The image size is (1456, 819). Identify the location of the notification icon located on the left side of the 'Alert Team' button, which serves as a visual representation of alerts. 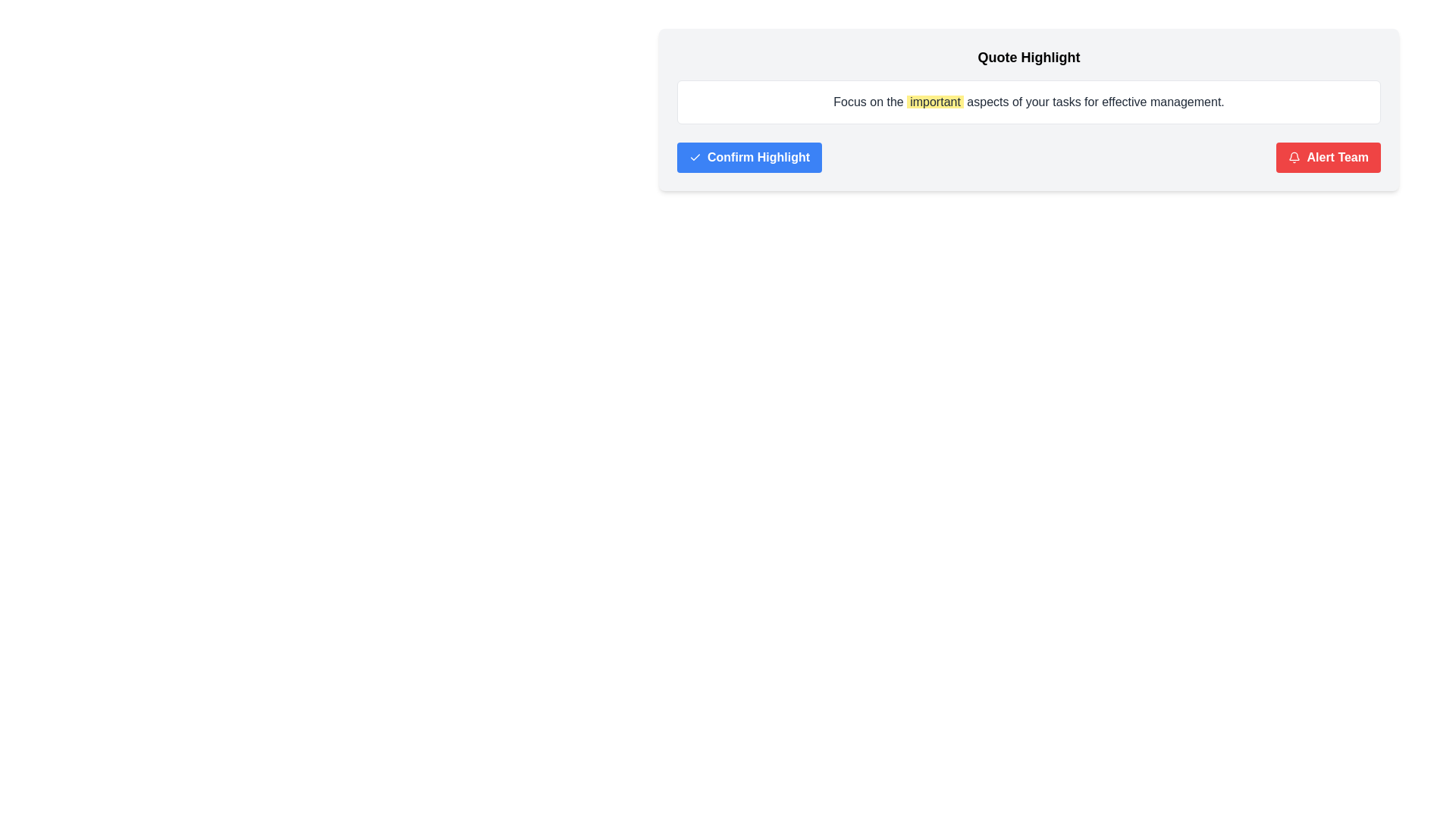
(1294, 158).